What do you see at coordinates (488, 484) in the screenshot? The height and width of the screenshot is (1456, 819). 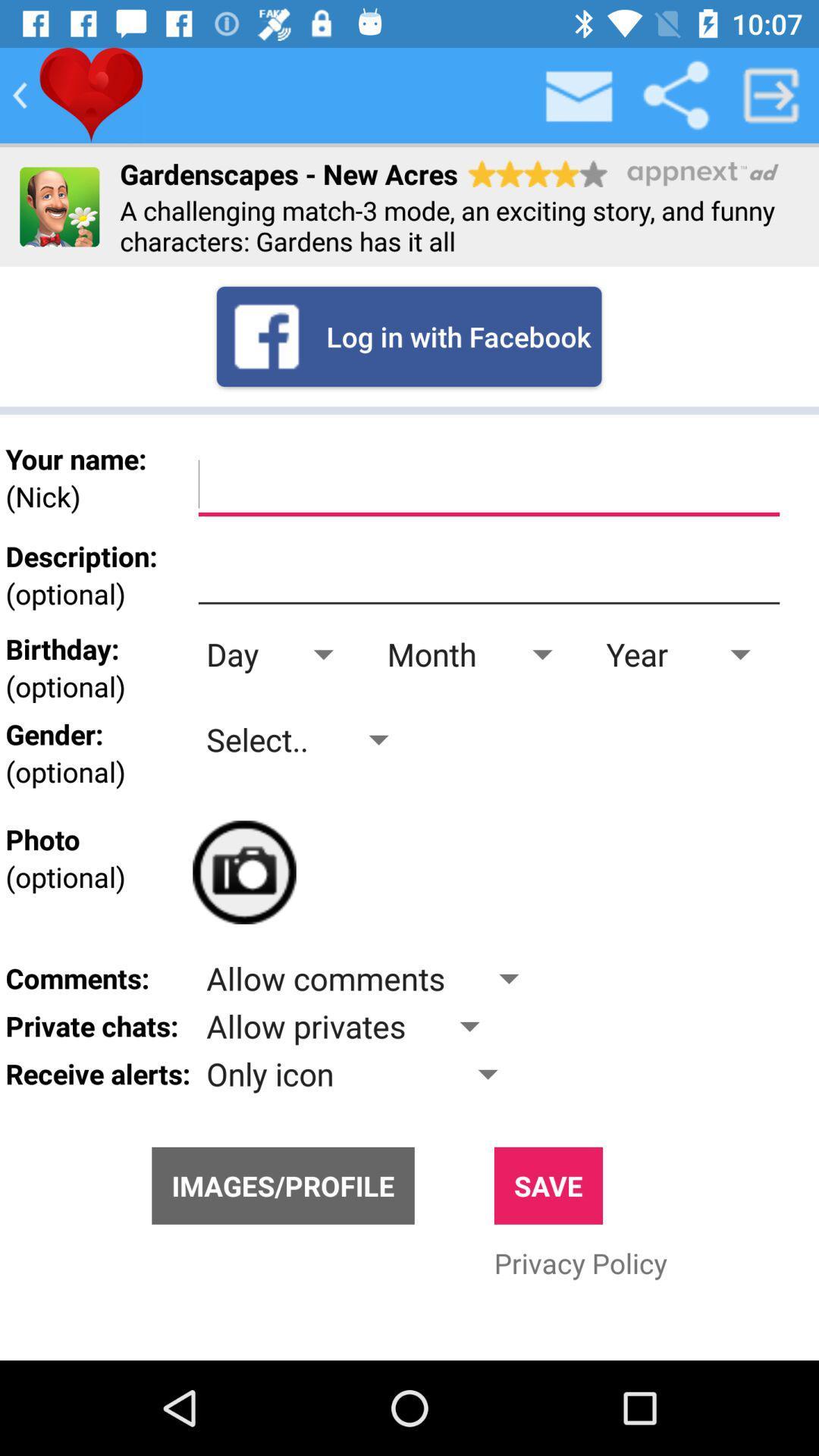 I see `name field` at bounding box center [488, 484].